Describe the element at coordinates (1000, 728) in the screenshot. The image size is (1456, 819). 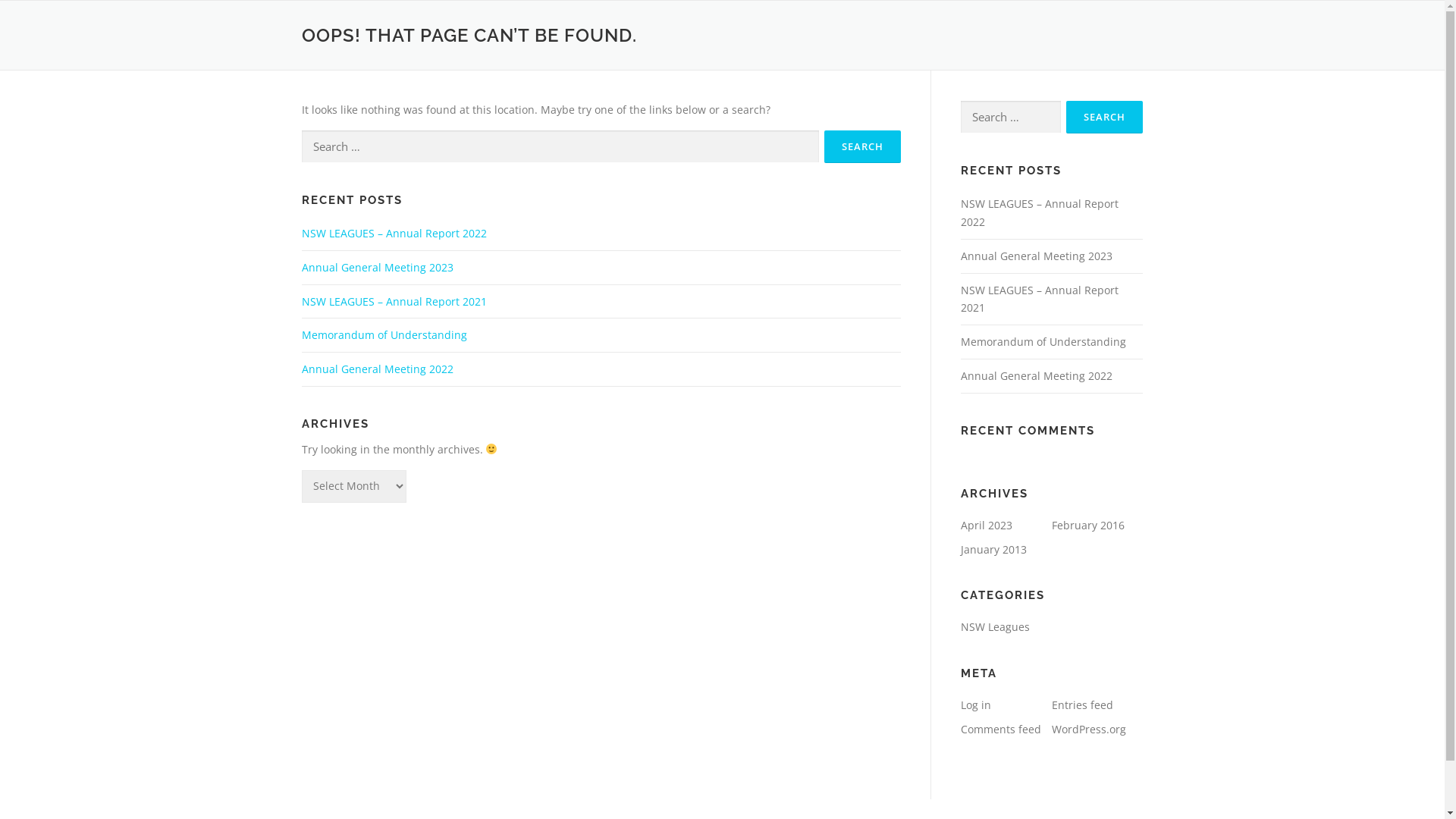
I see `'Comments feed'` at that location.